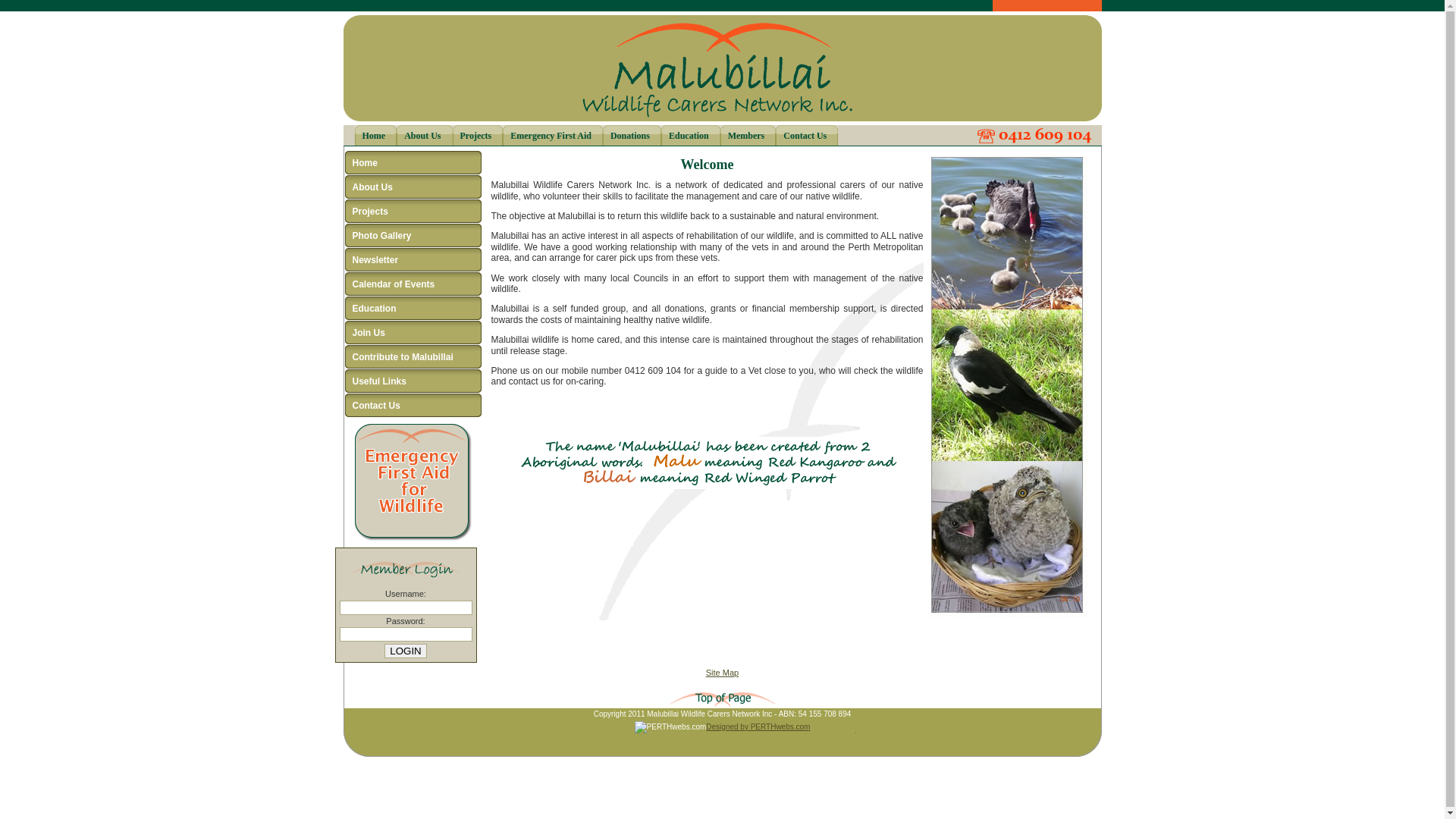 The width and height of the screenshot is (1456, 819). Describe the element at coordinates (632, 134) in the screenshot. I see `'Donations'` at that location.